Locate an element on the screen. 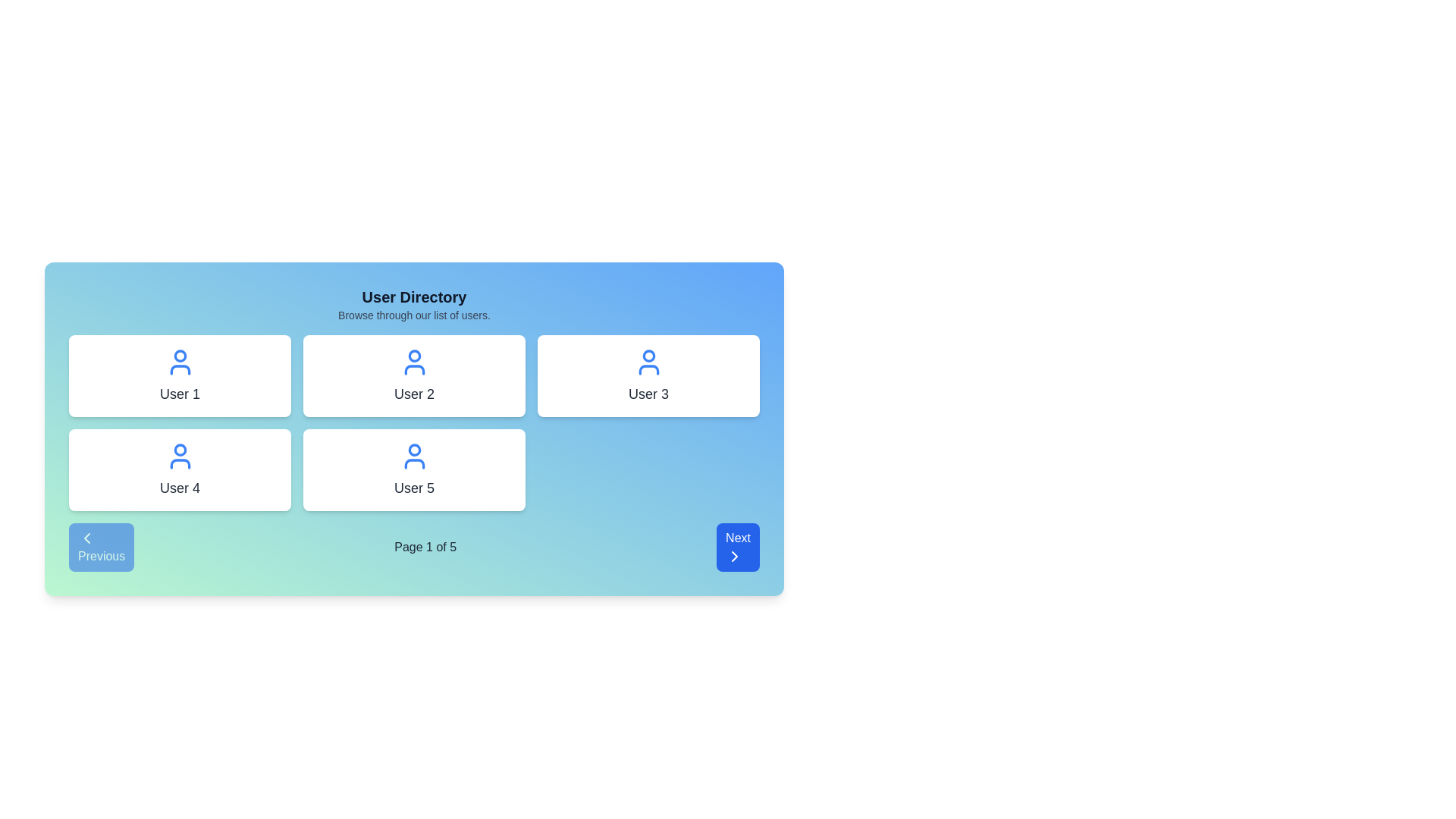 The height and width of the screenshot is (819, 1456). the head graphical icon component representing 'User 2' in the user profile directory is located at coordinates (414, 356).